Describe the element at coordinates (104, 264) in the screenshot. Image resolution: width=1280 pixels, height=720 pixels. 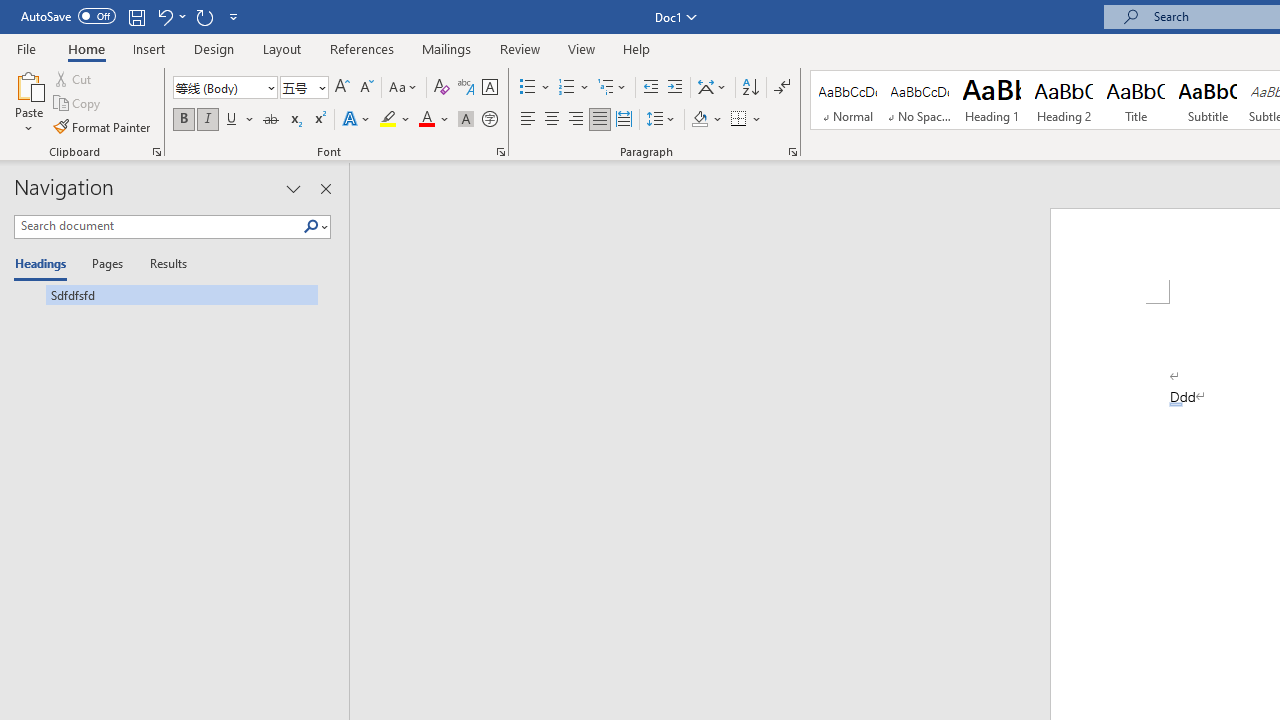
I see `'Pages'` at that location.